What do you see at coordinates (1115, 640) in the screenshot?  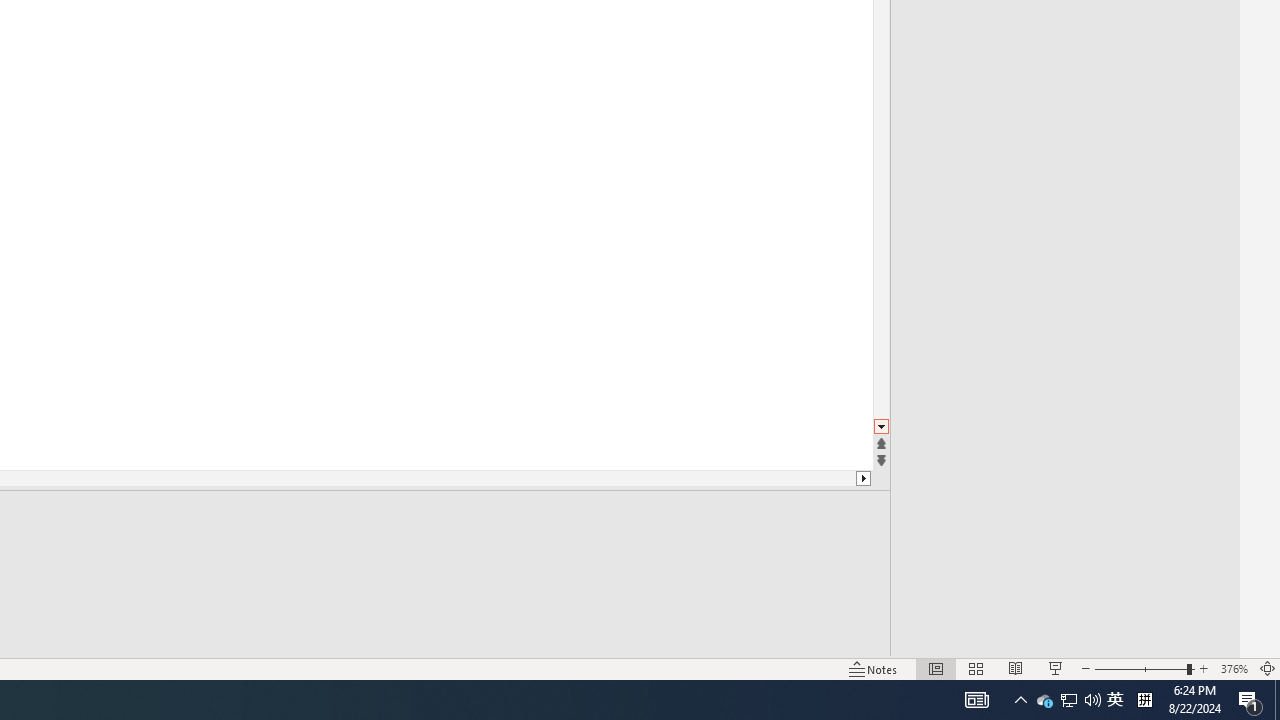 I see `'Text Size'` at bounding box center [1115, 640].